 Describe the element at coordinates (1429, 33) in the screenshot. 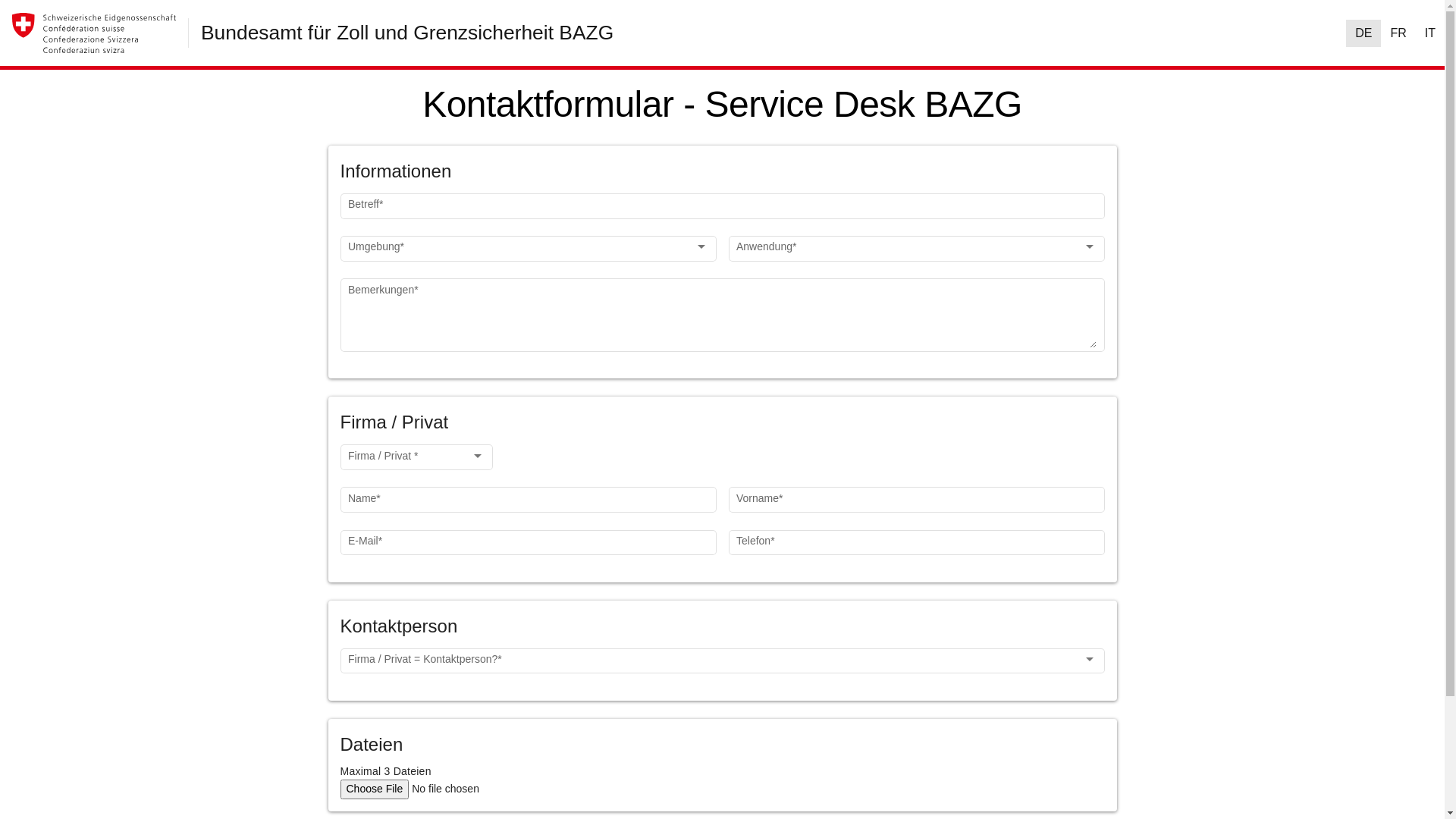

I see `'IT'` at that location.